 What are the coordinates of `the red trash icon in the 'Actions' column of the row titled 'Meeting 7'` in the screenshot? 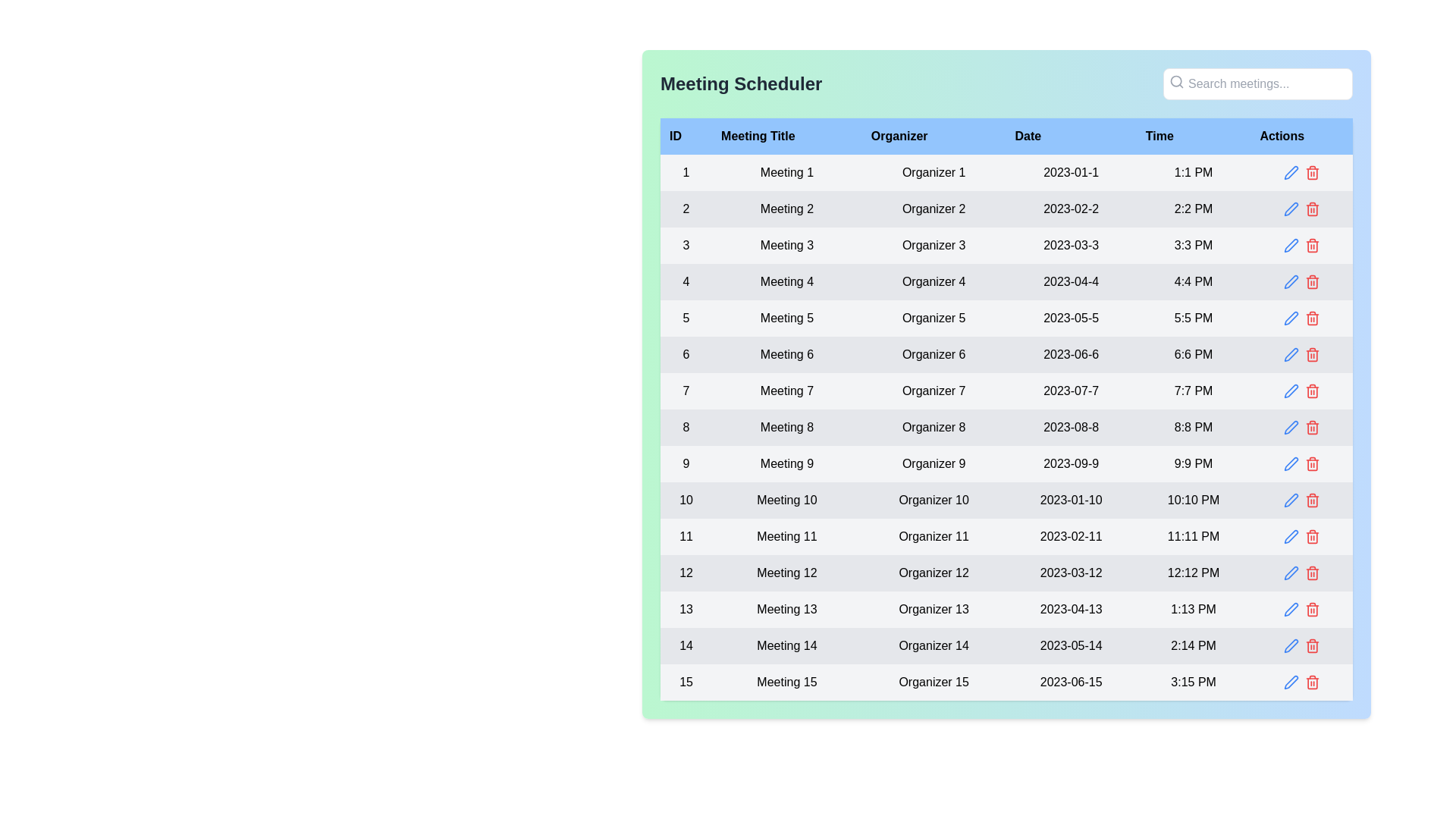 It's located at (1301, 391).